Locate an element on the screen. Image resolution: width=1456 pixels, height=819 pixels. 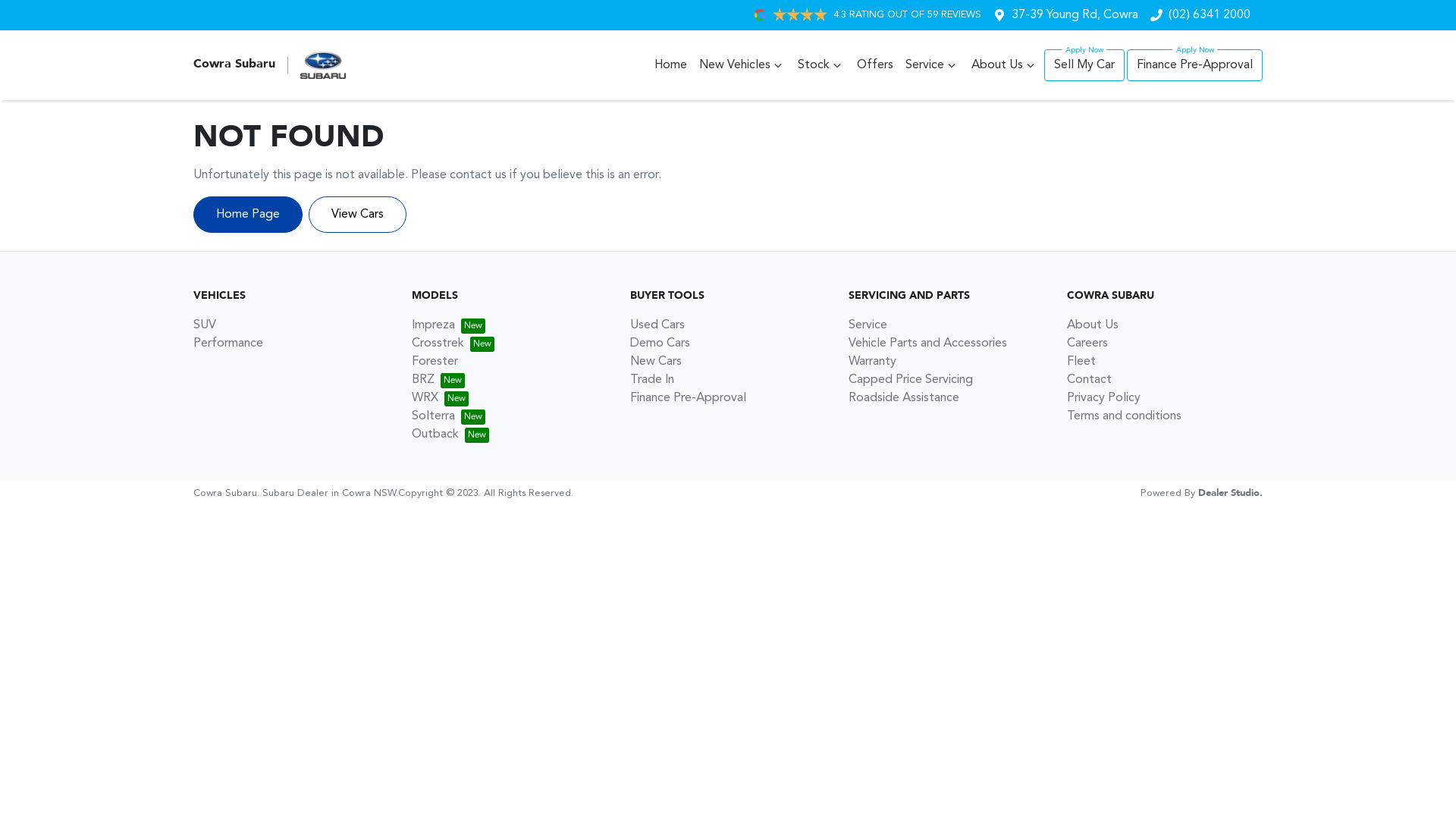
'Trade In' is located at coordinates (651, 379).